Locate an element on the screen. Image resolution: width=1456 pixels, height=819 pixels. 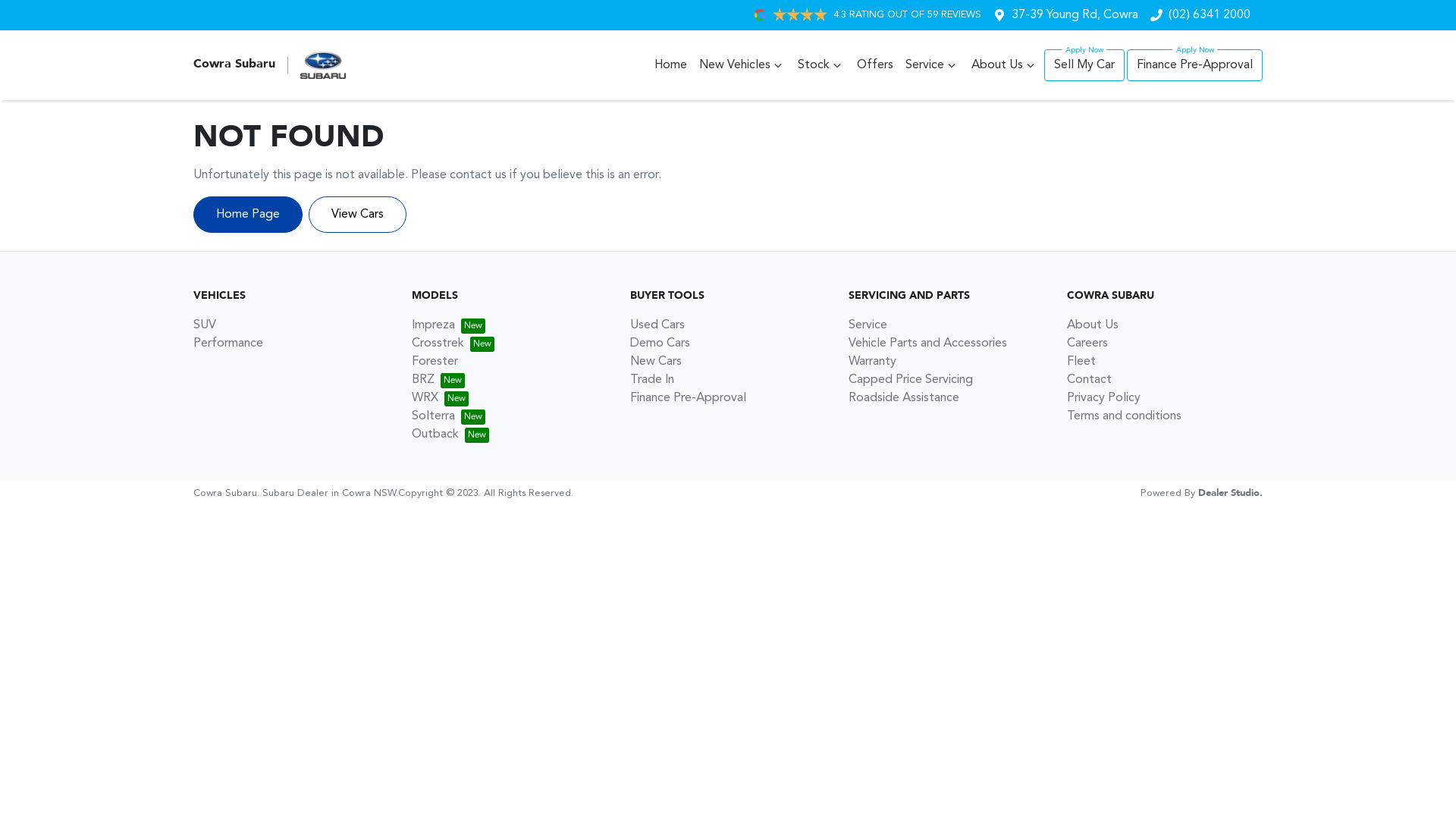
'Trade In' is located at coordinates (651, 379).